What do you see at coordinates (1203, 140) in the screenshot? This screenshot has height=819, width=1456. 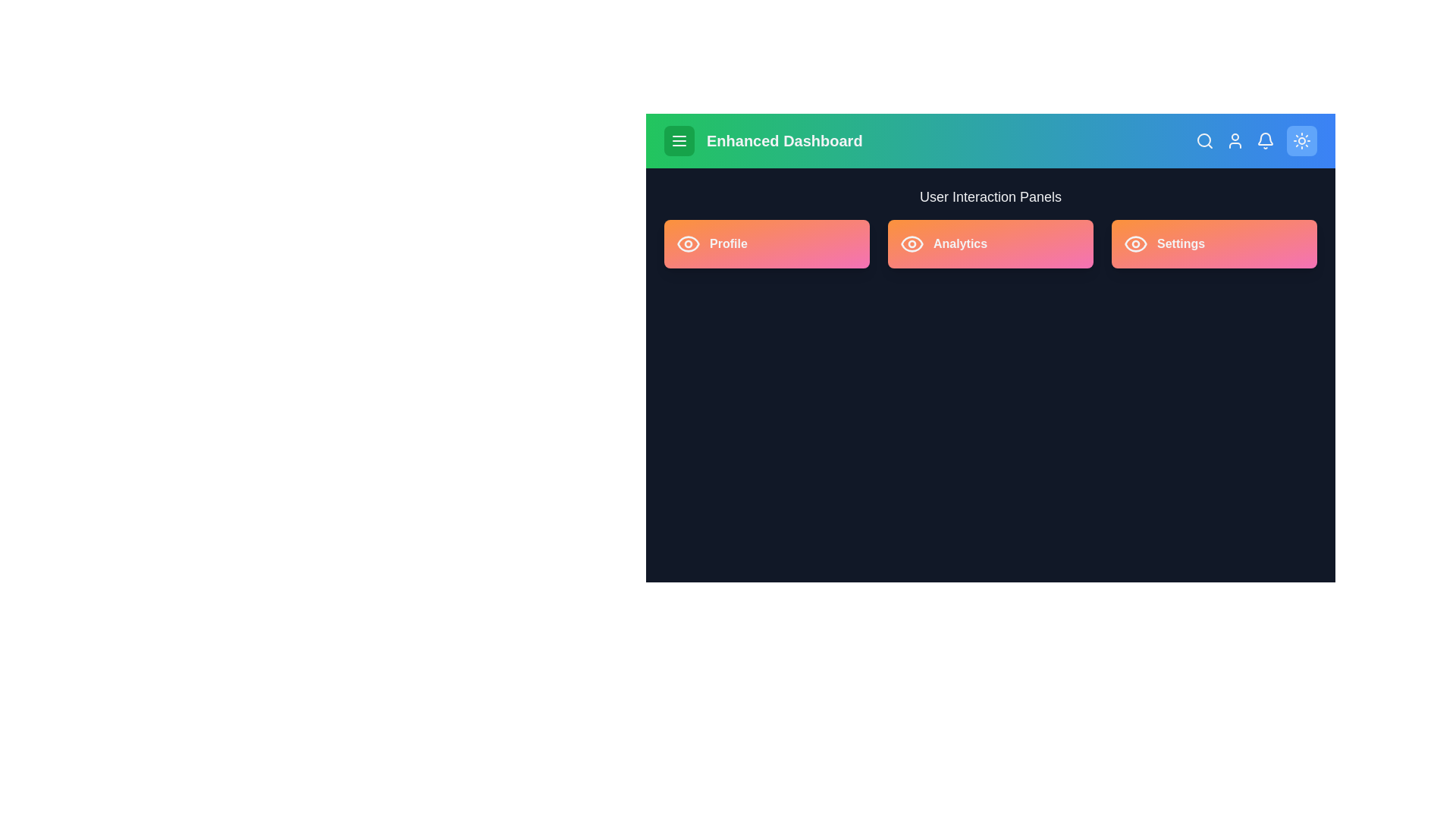 I see `the search icon in the app bar` at bounding box center [1203, 140].